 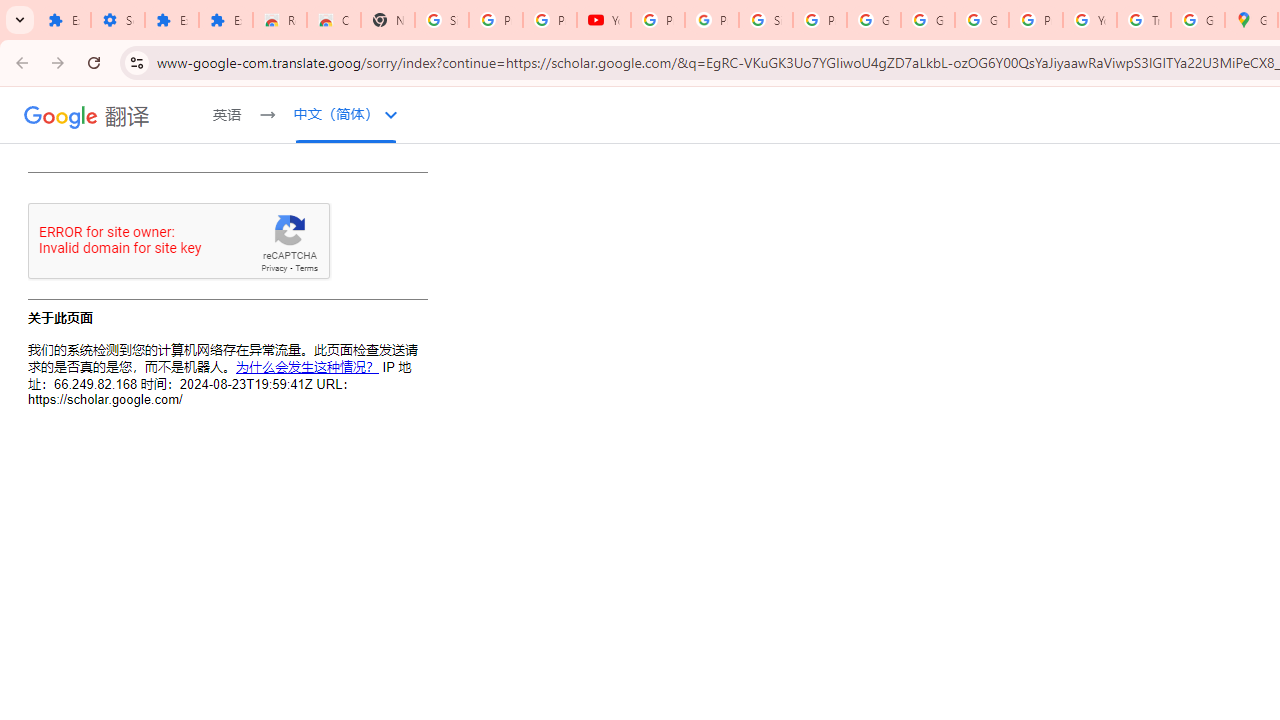 I want to click on 'Reviews: Helix Fruit Jump Arcade Game', so click(x=279, y=20).